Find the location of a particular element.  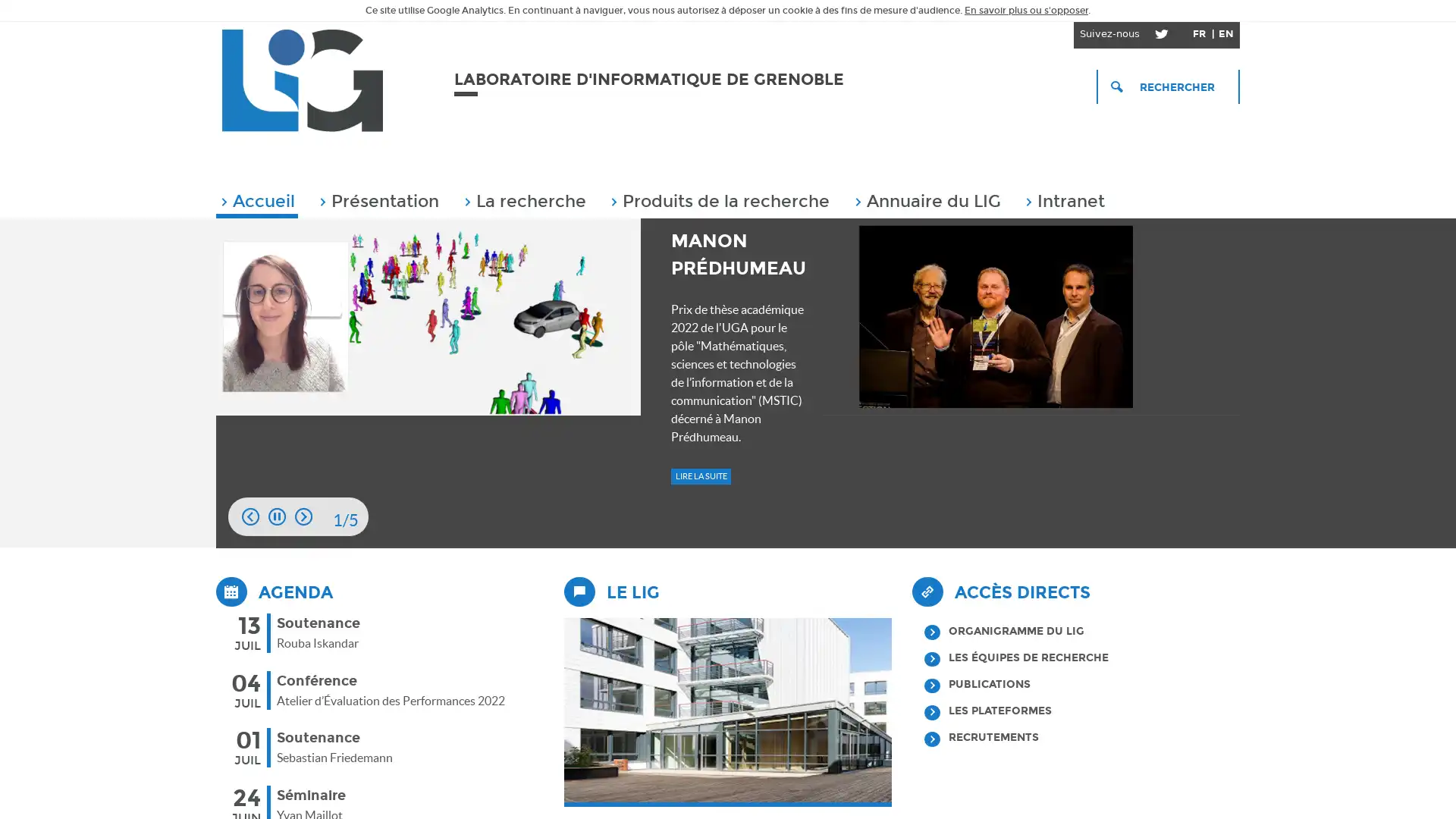

RECHERCHER is located at coordinates (1167, 86).